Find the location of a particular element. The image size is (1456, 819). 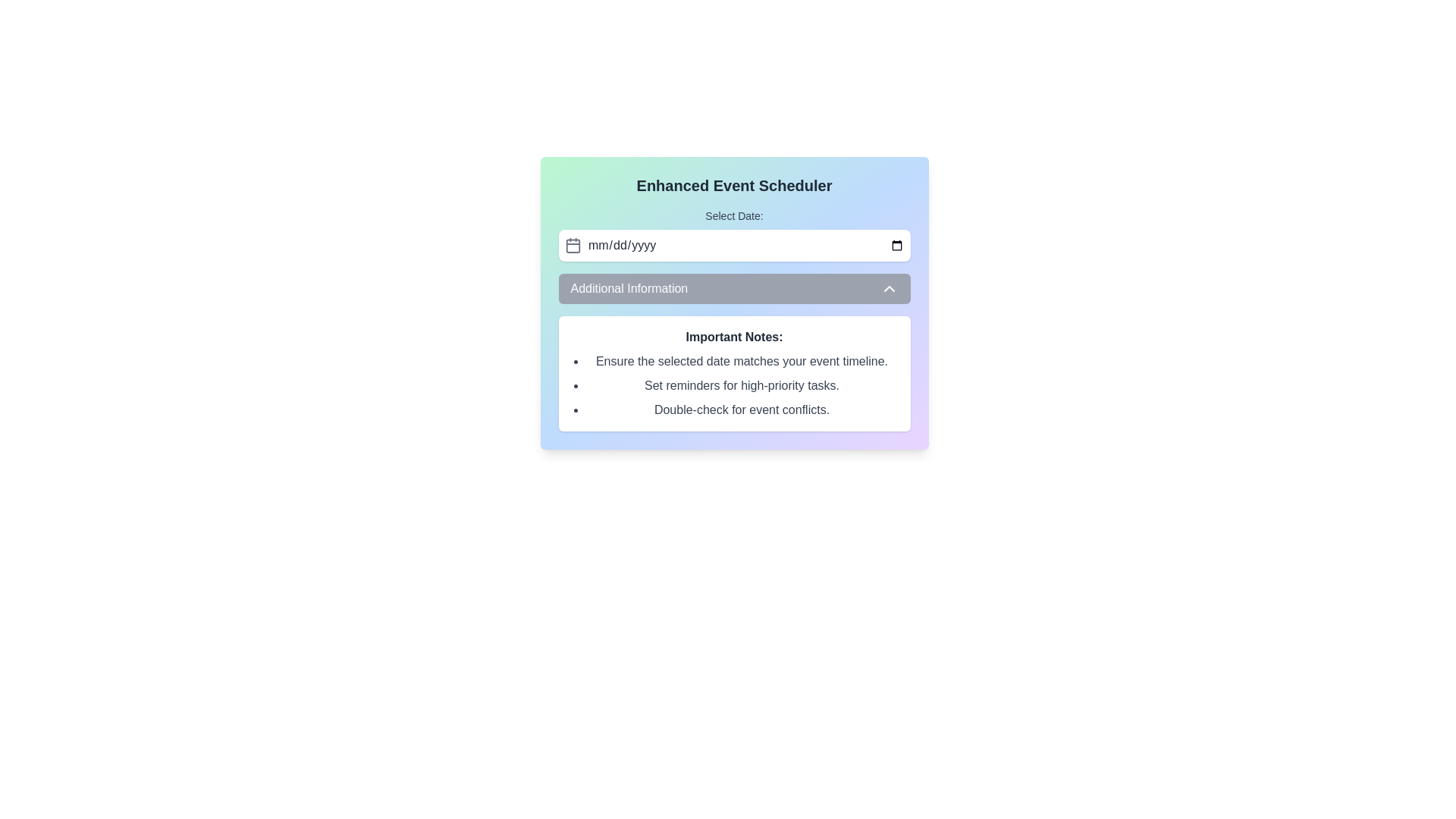

the guidance label text that suggests setting reminders for high-priority tasks, located centrally in the 'Important Notes' section of the bulleted list is located at coordinates (742, 385).